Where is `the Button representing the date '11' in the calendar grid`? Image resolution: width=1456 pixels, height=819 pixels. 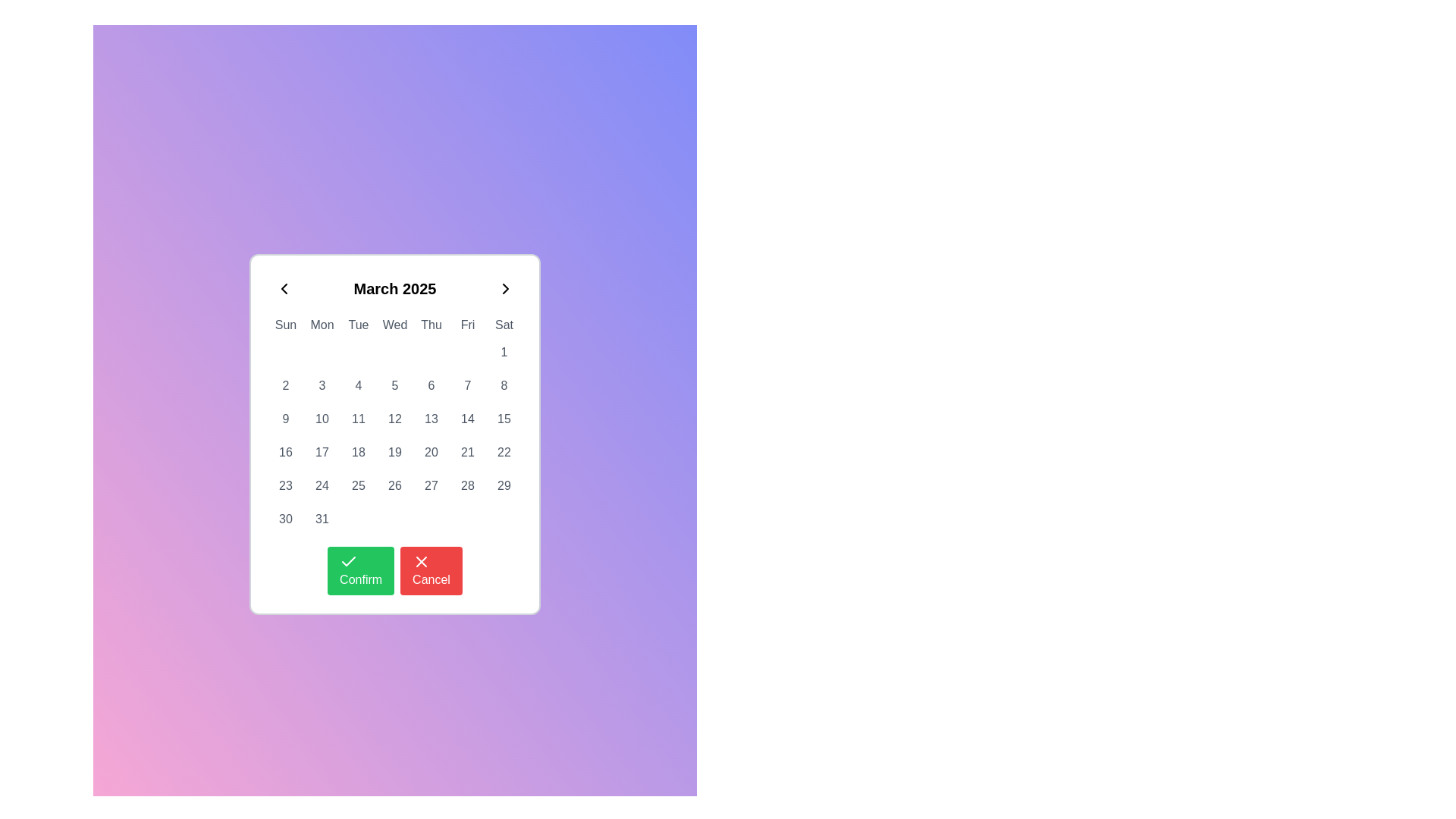 the Button representing the date '11' in the calendar grid is located at coordinates (358, 419).